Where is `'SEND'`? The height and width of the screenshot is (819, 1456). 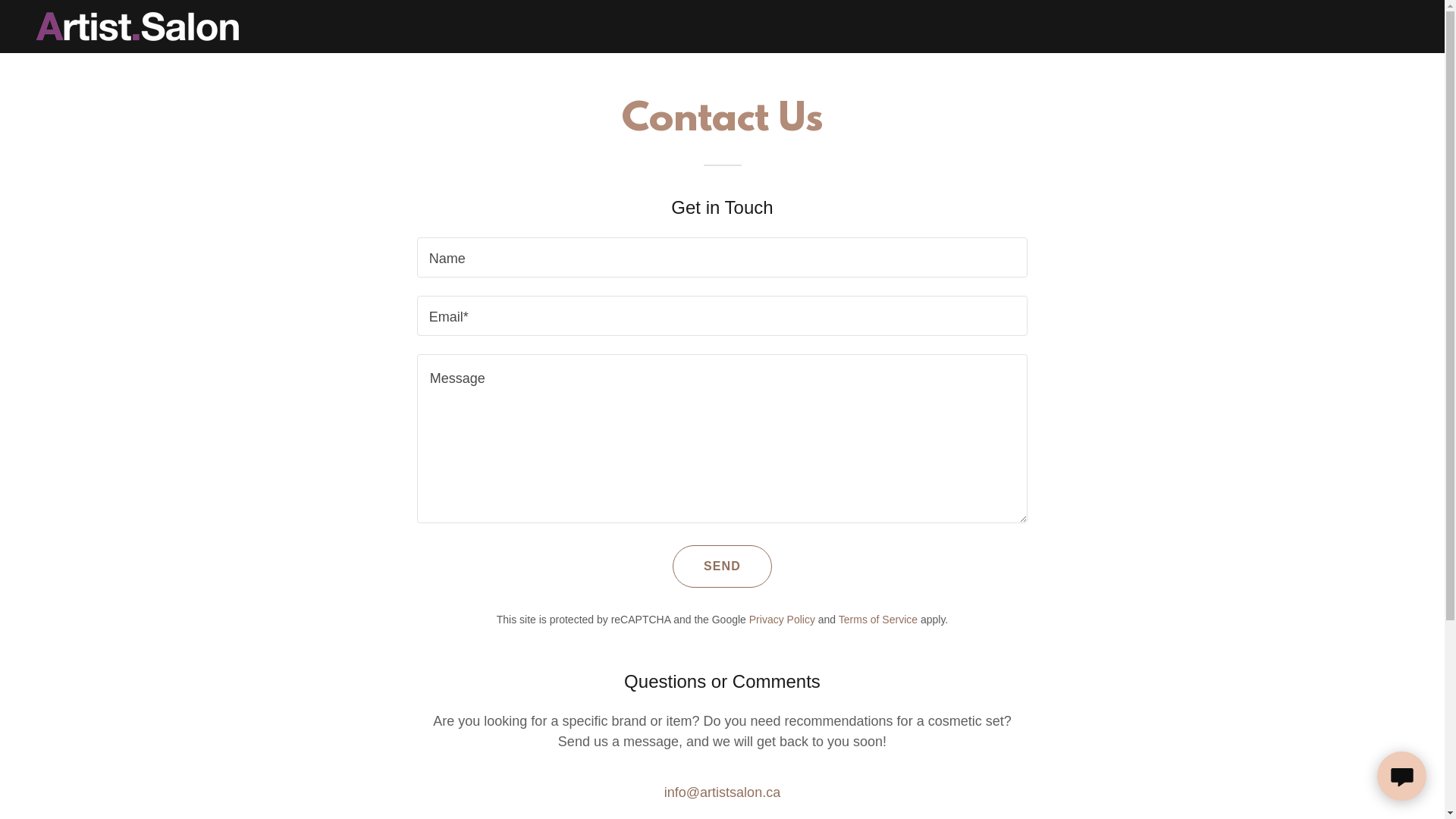
'SEND' is located at coordinates (721, 566).